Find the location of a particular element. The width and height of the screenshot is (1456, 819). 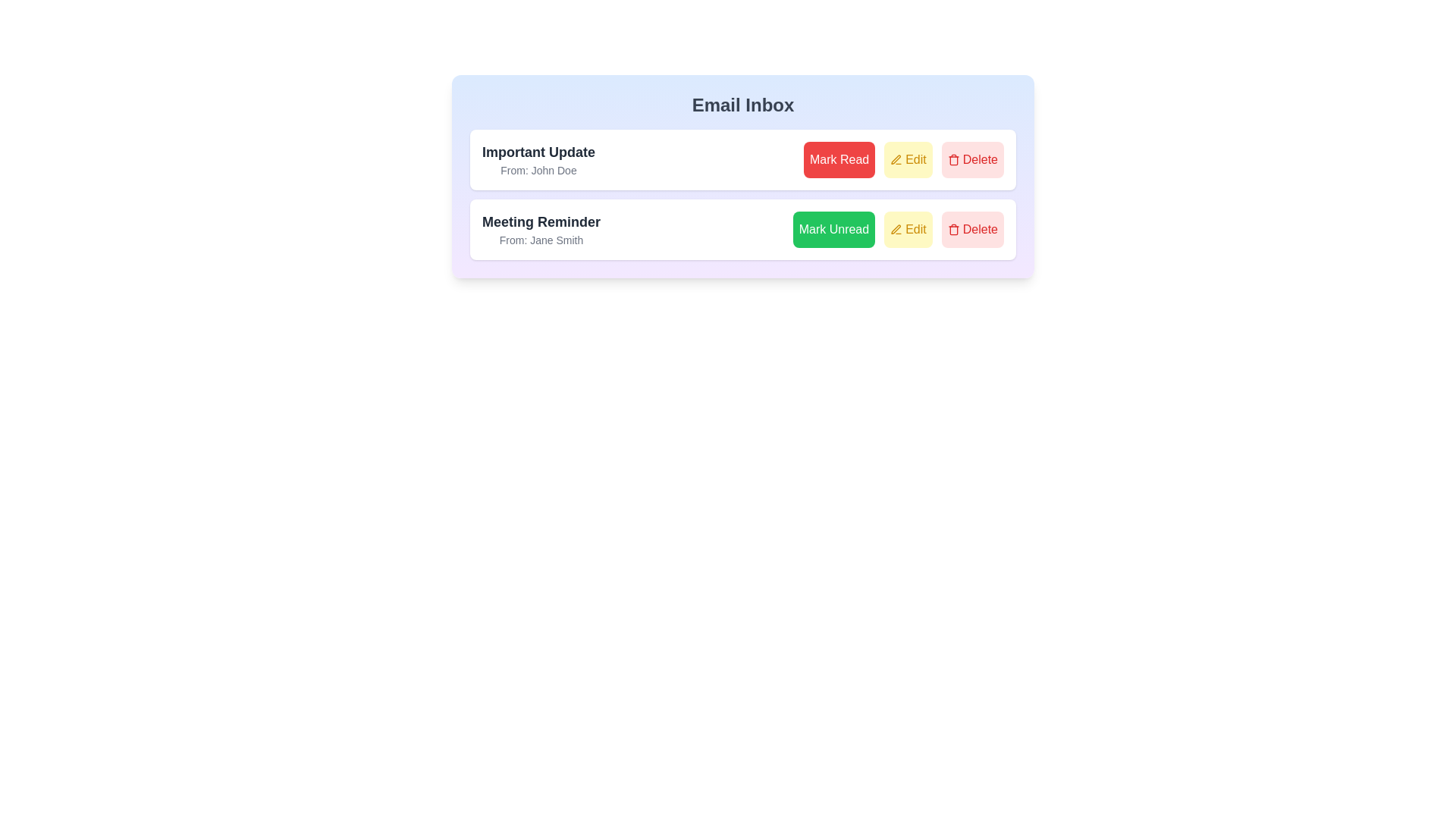

'Edit' button for the email with subject Important Update is located at coordinates (908, 160).